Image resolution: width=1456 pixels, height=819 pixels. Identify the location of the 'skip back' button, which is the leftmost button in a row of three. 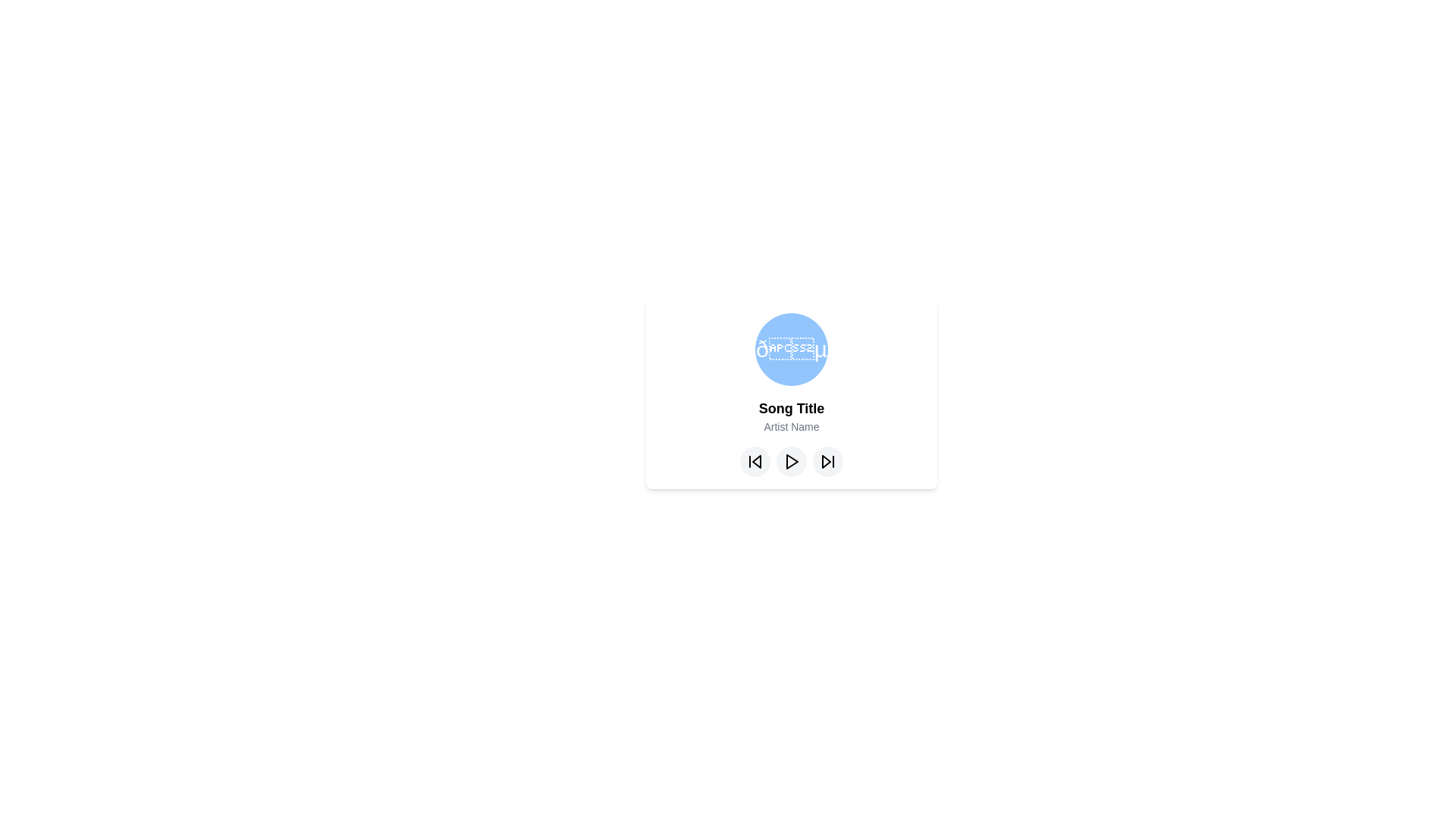
(755, 461).